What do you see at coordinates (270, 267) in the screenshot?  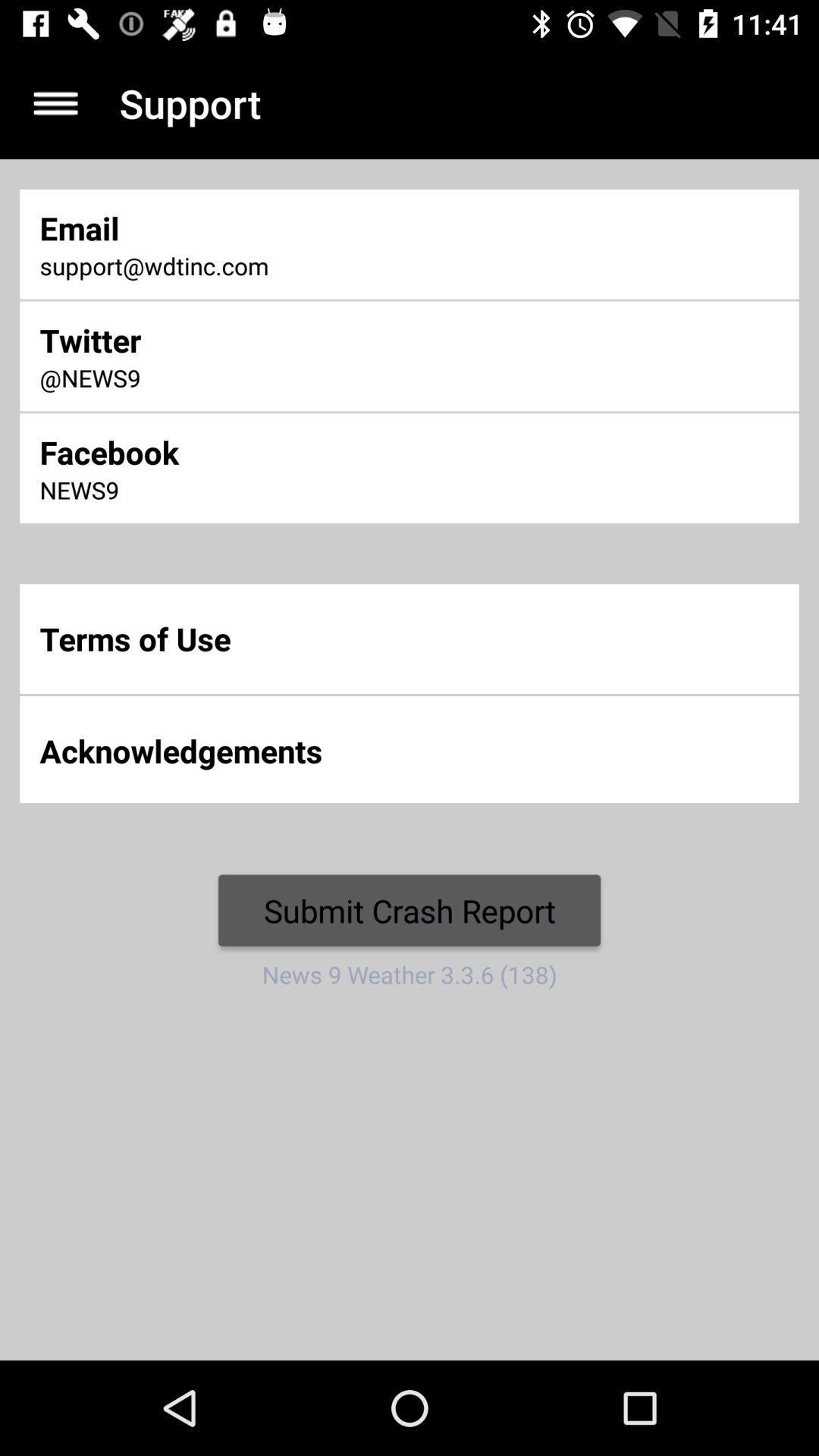 I see `the icon below email` at bounding box center [270, 267].